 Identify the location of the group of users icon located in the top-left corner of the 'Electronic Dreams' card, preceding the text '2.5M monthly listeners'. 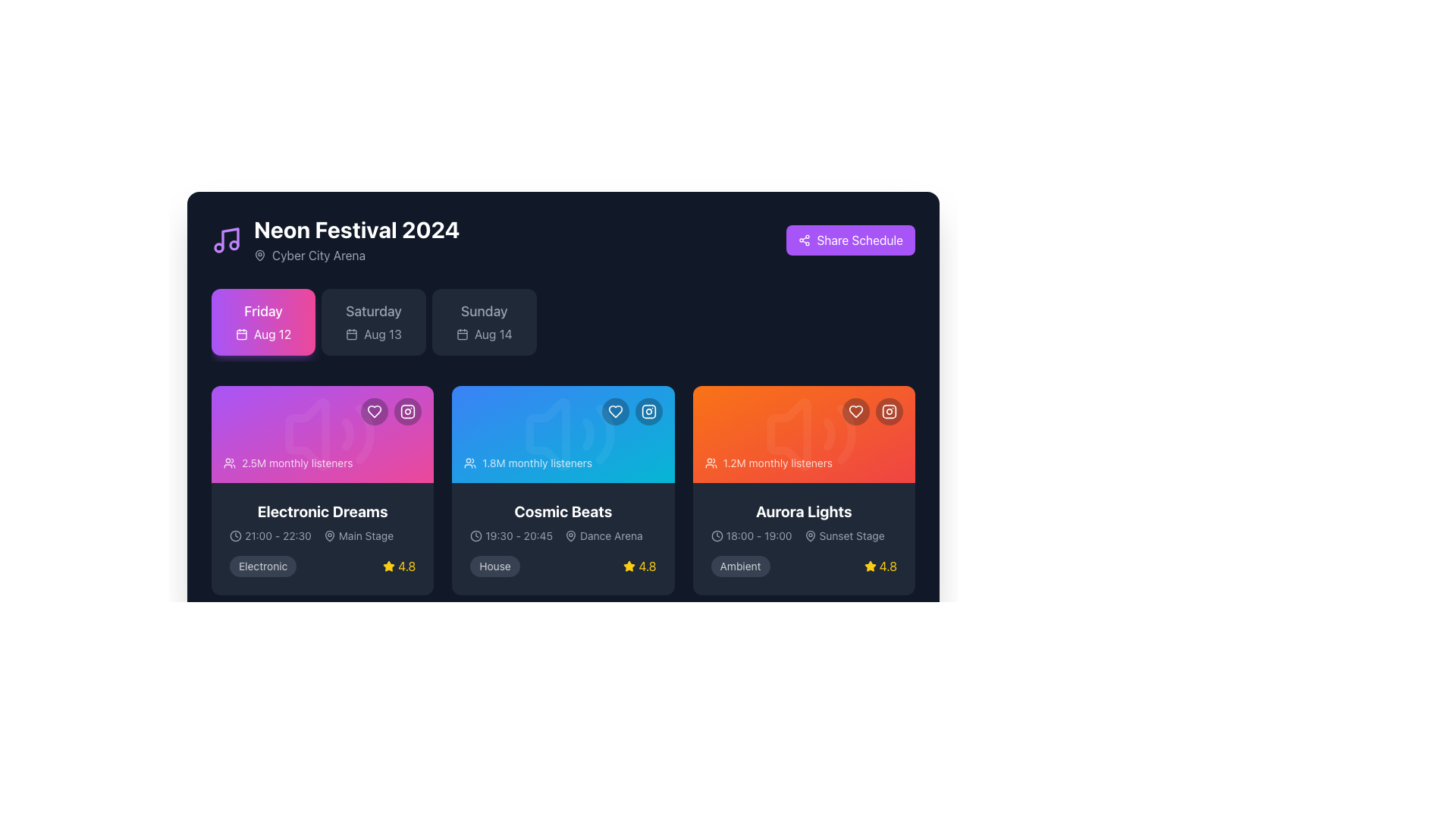
(228, 462).